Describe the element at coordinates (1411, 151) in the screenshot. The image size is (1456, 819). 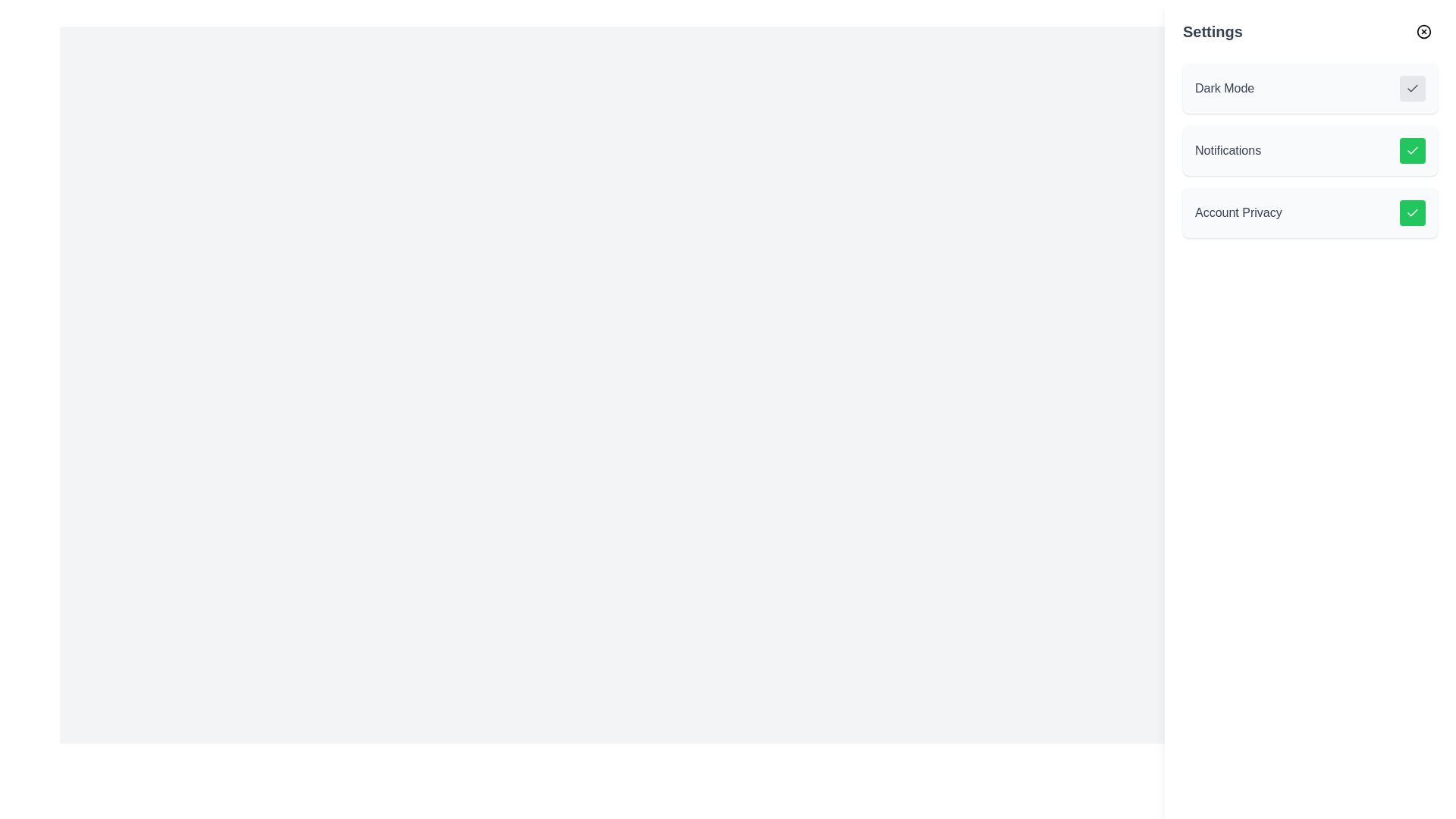
I see `the green rounded rectangle toggle indicator with a white checkmark in the Notifications settings` at that location.